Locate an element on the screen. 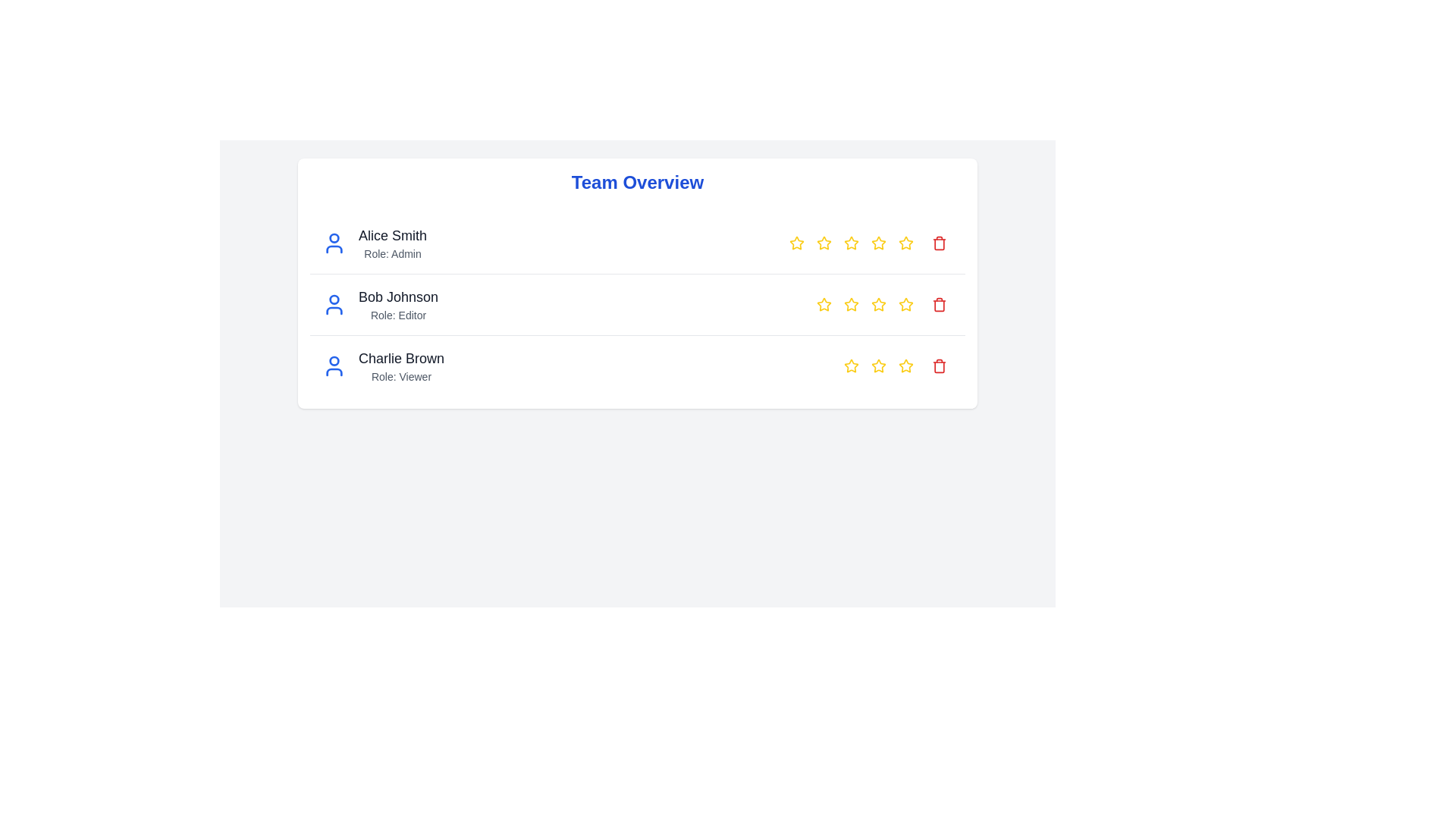  the SVG circle representing the user-avatar icon for 'Bob Johnson' located in the second row of the list is located at coordinates (334, 299).